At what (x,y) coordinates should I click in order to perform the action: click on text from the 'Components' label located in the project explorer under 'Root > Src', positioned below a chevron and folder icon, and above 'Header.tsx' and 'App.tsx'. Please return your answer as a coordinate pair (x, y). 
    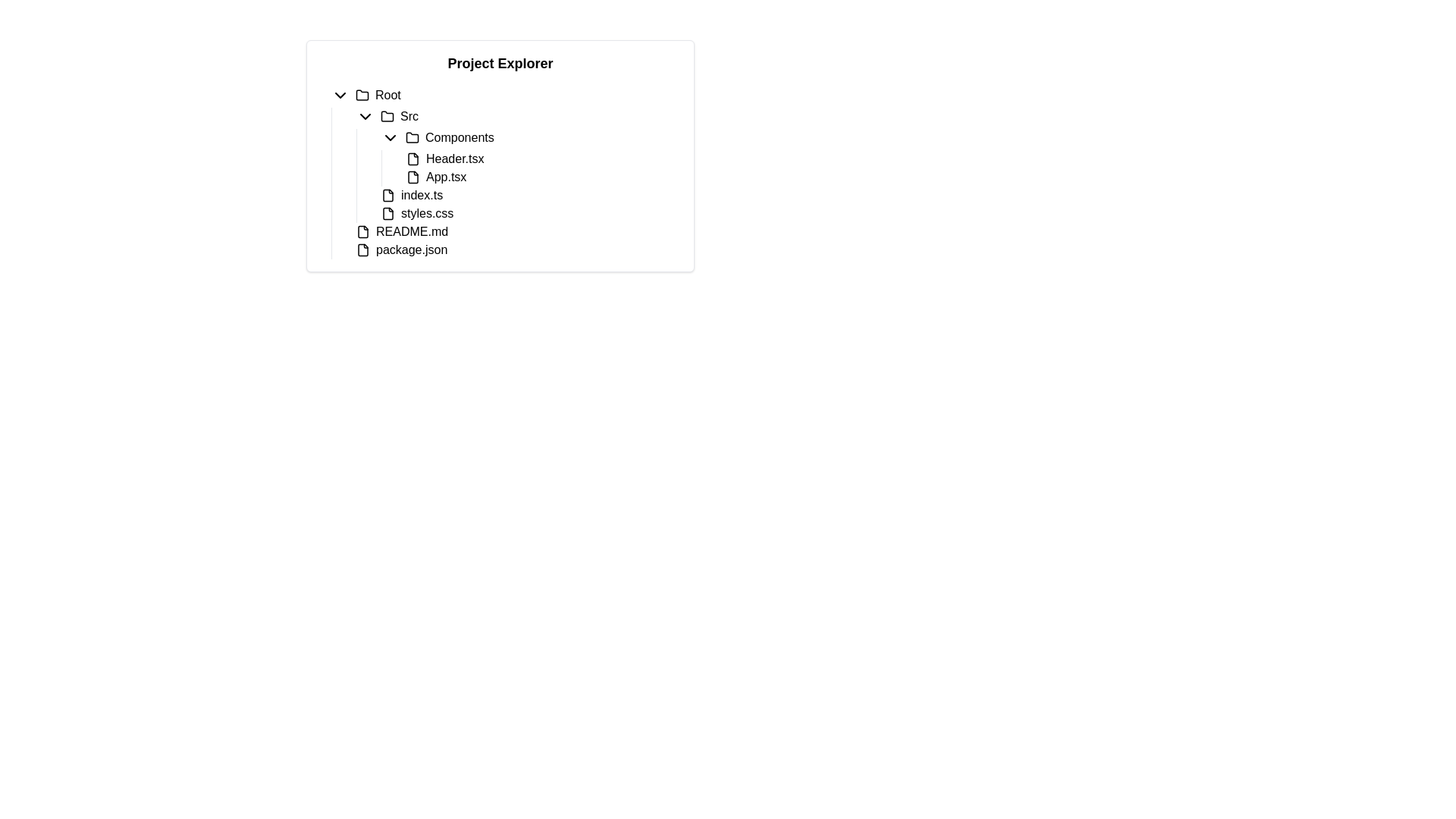
    Looking at the image, I should click on (459, 137).